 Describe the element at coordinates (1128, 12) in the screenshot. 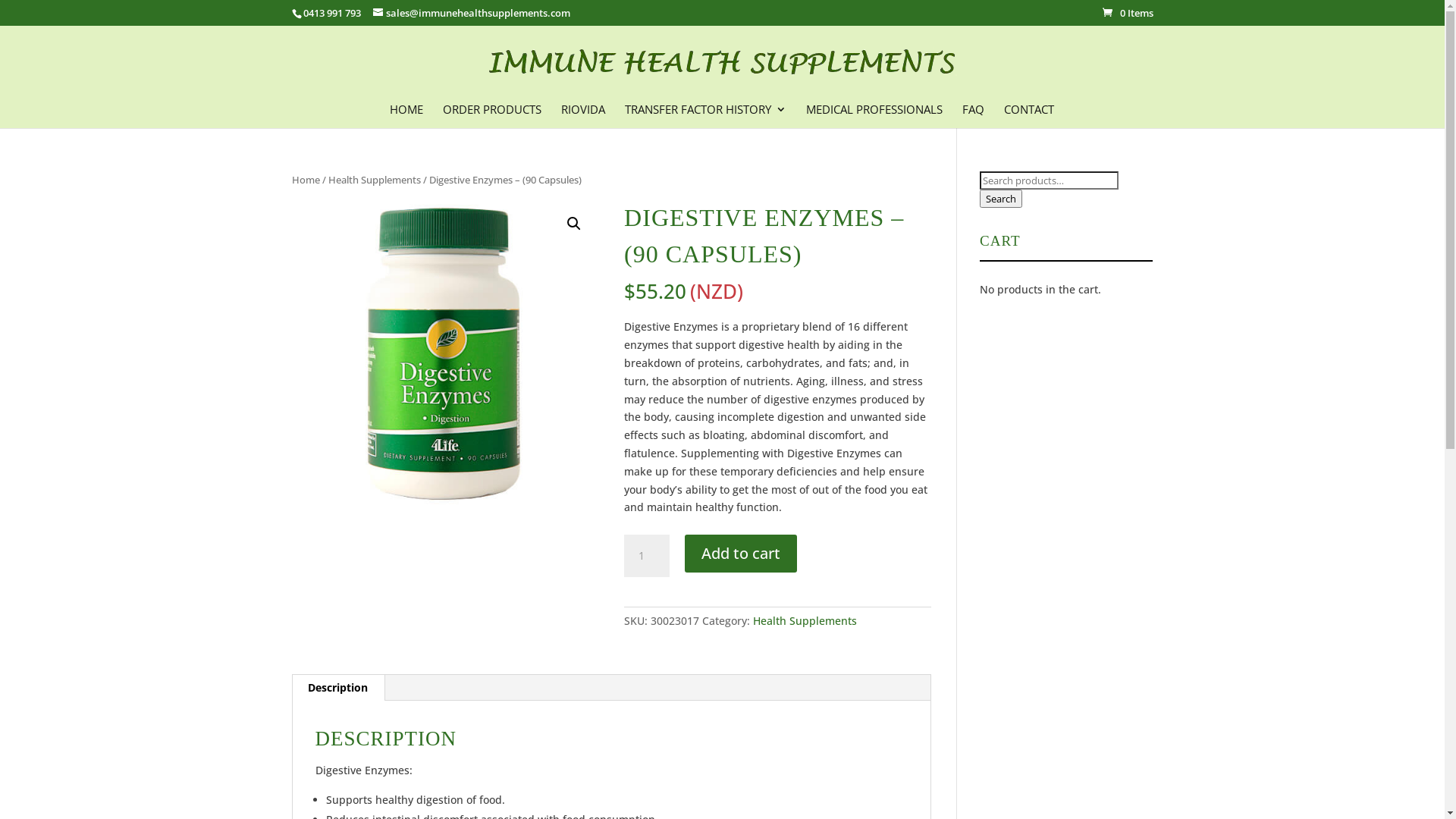

I see `'0 Items'` at that location.